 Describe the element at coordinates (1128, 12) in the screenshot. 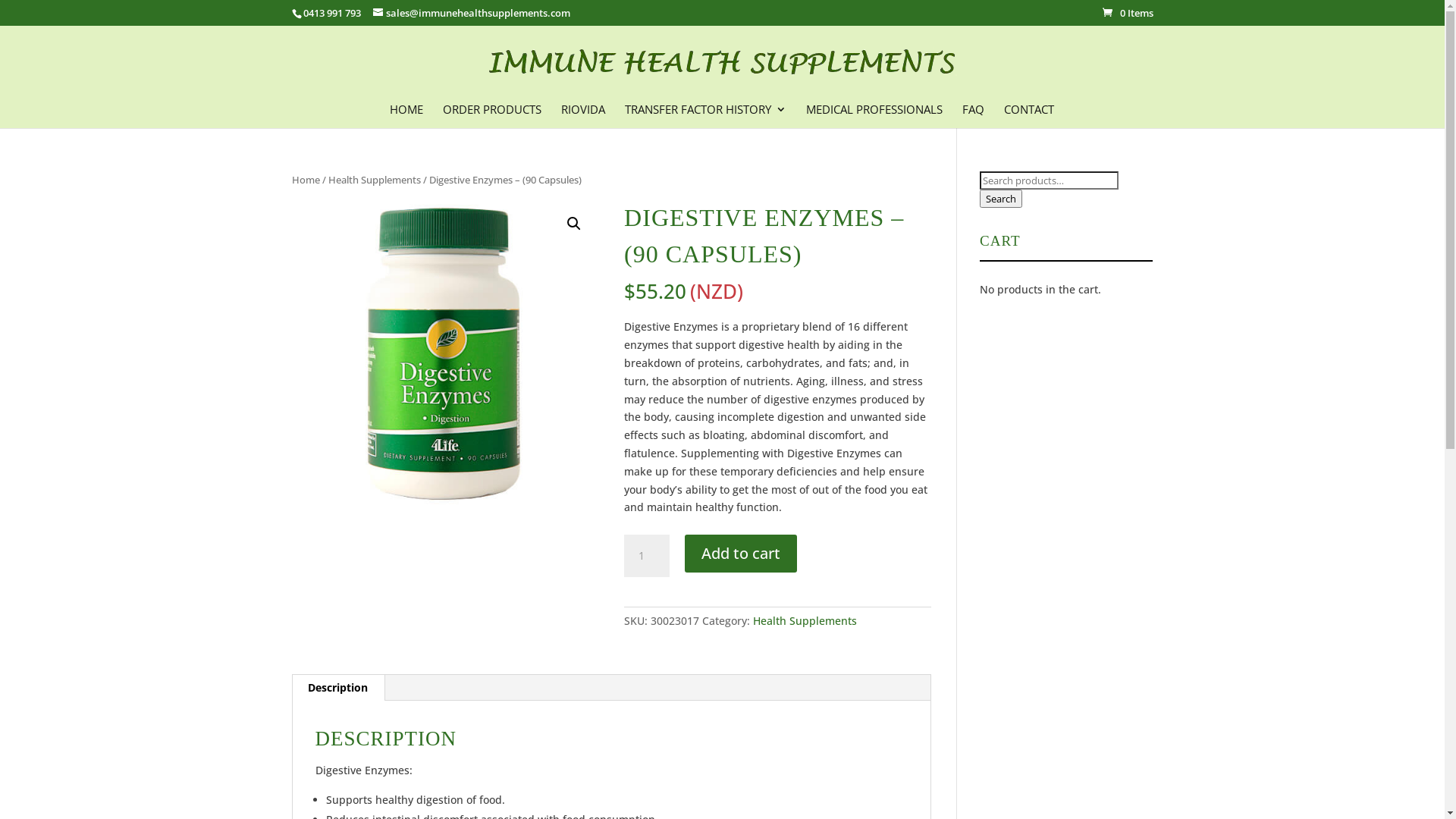

I see `'0 Items'` at that location.